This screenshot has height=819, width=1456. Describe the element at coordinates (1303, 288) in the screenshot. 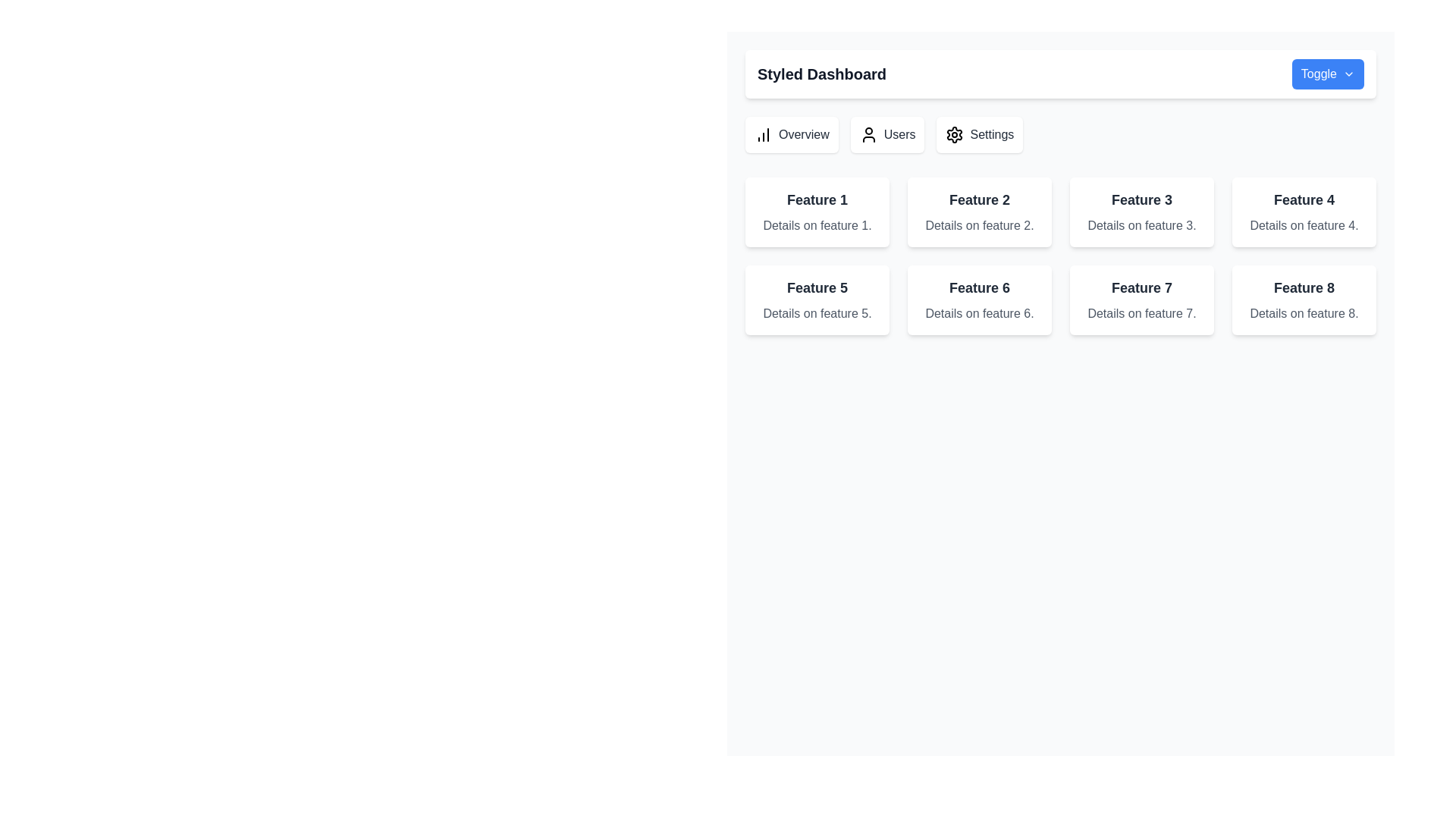

I see `the text label that serves as the title for the card representing 'Feature 8', positioned in the lower-right corner of the grid layout` at that location.